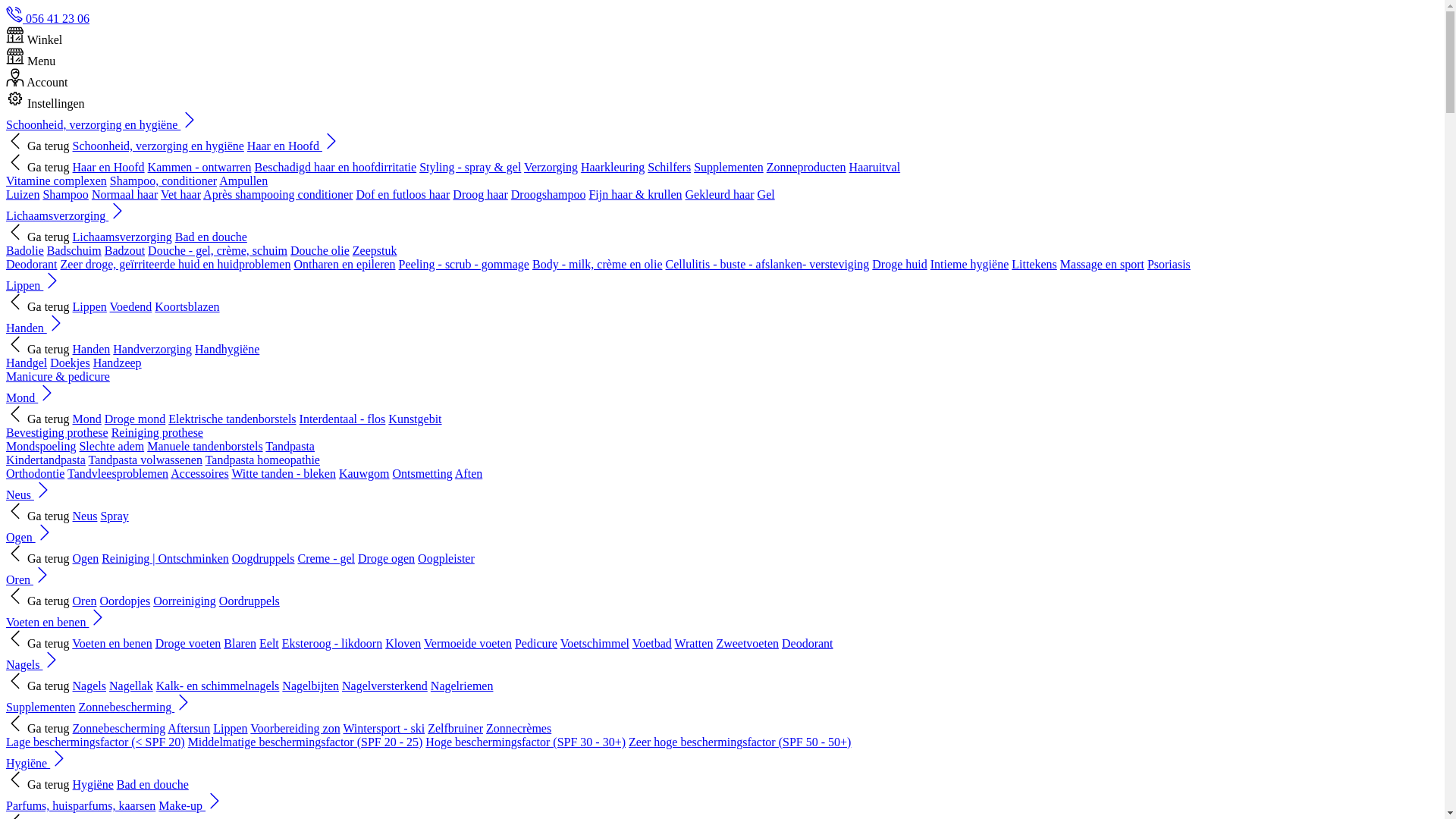 This screenshot has height=819, width=1456. I want to click on 'Koortsblazen', so click(186, 306).